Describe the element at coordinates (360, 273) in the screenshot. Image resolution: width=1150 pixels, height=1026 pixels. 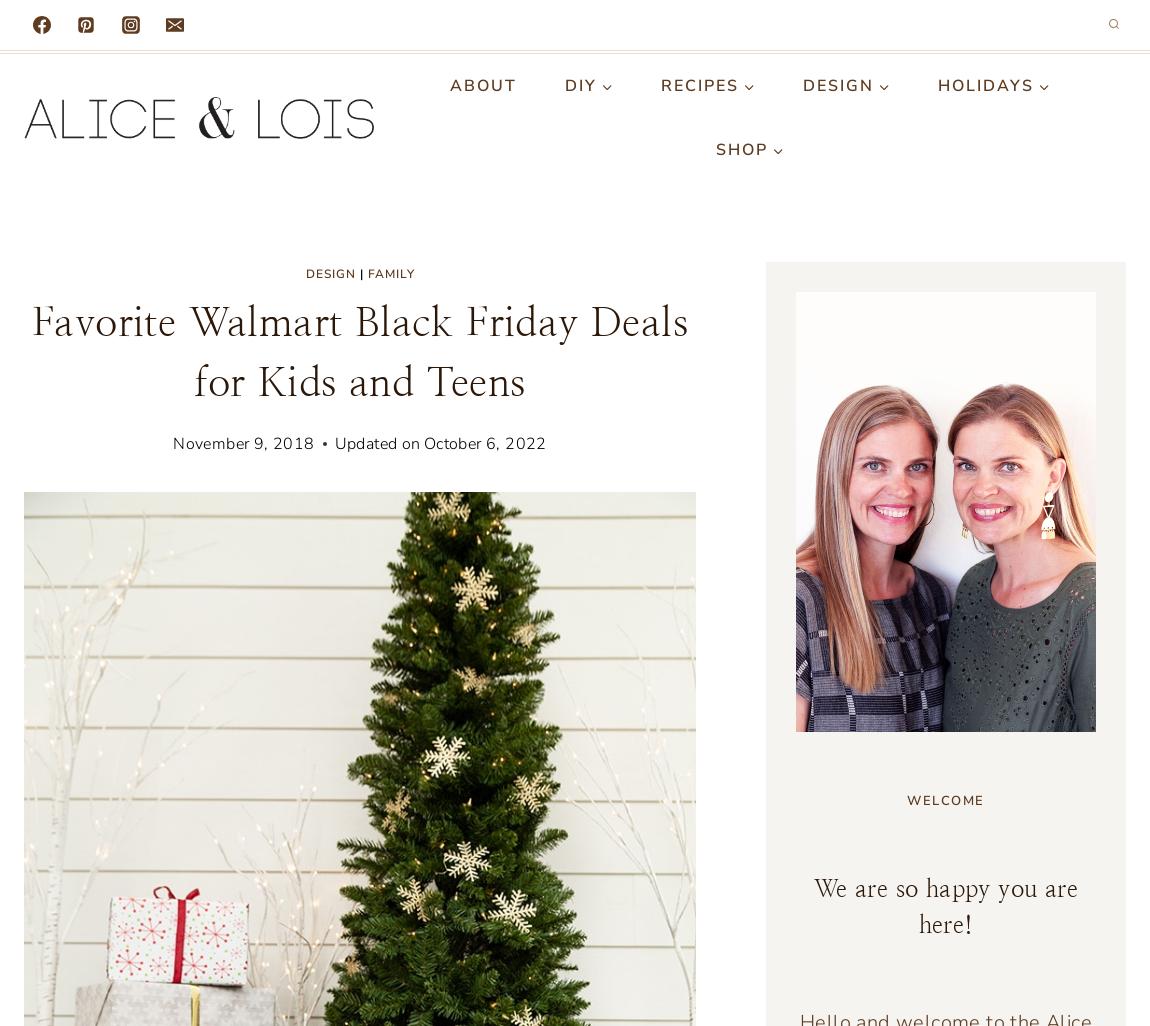
I see `'|'` at that location.